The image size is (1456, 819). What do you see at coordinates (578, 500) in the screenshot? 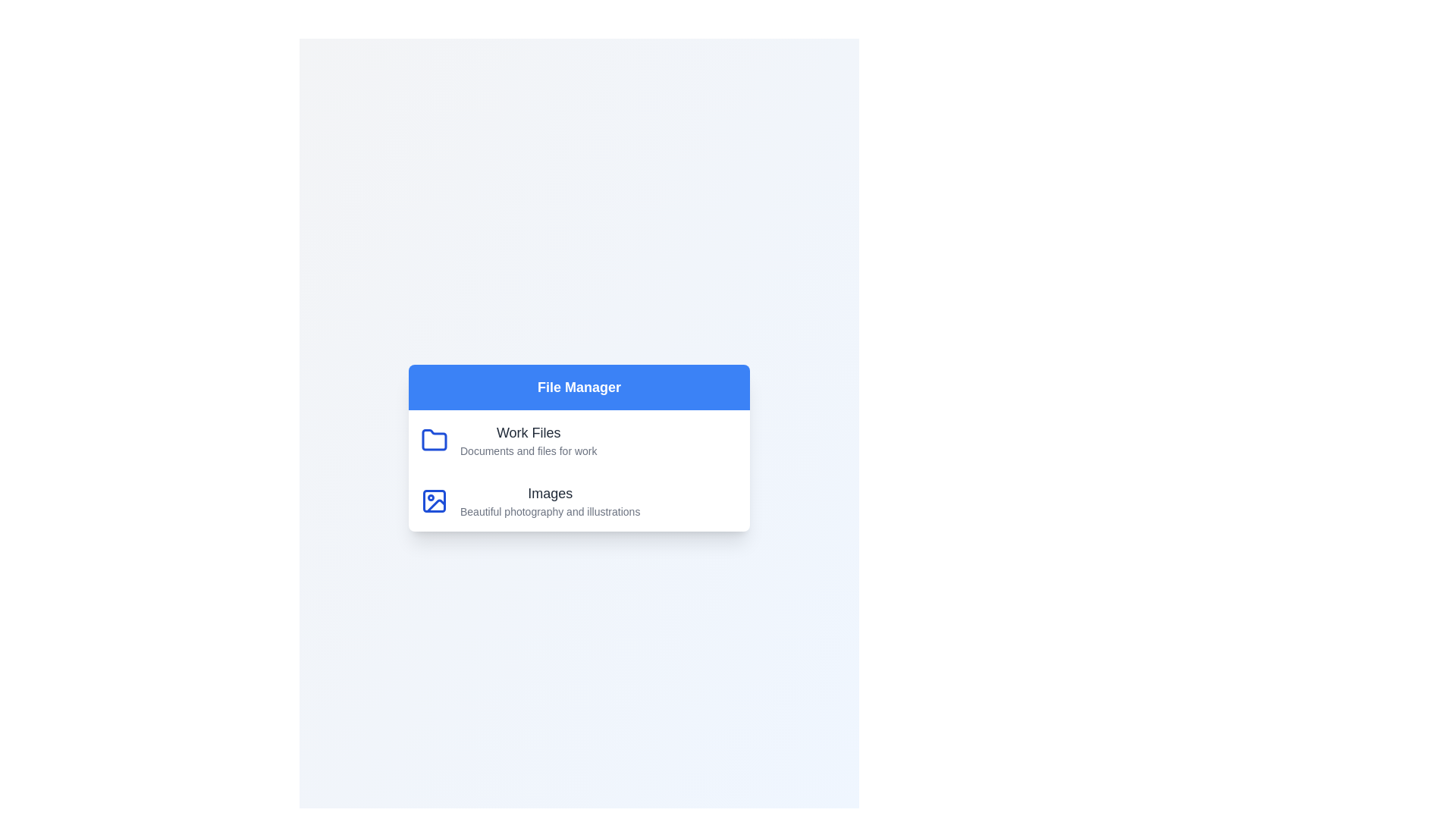
I see `the category item Images to select it` at bounding box center [578, 500].